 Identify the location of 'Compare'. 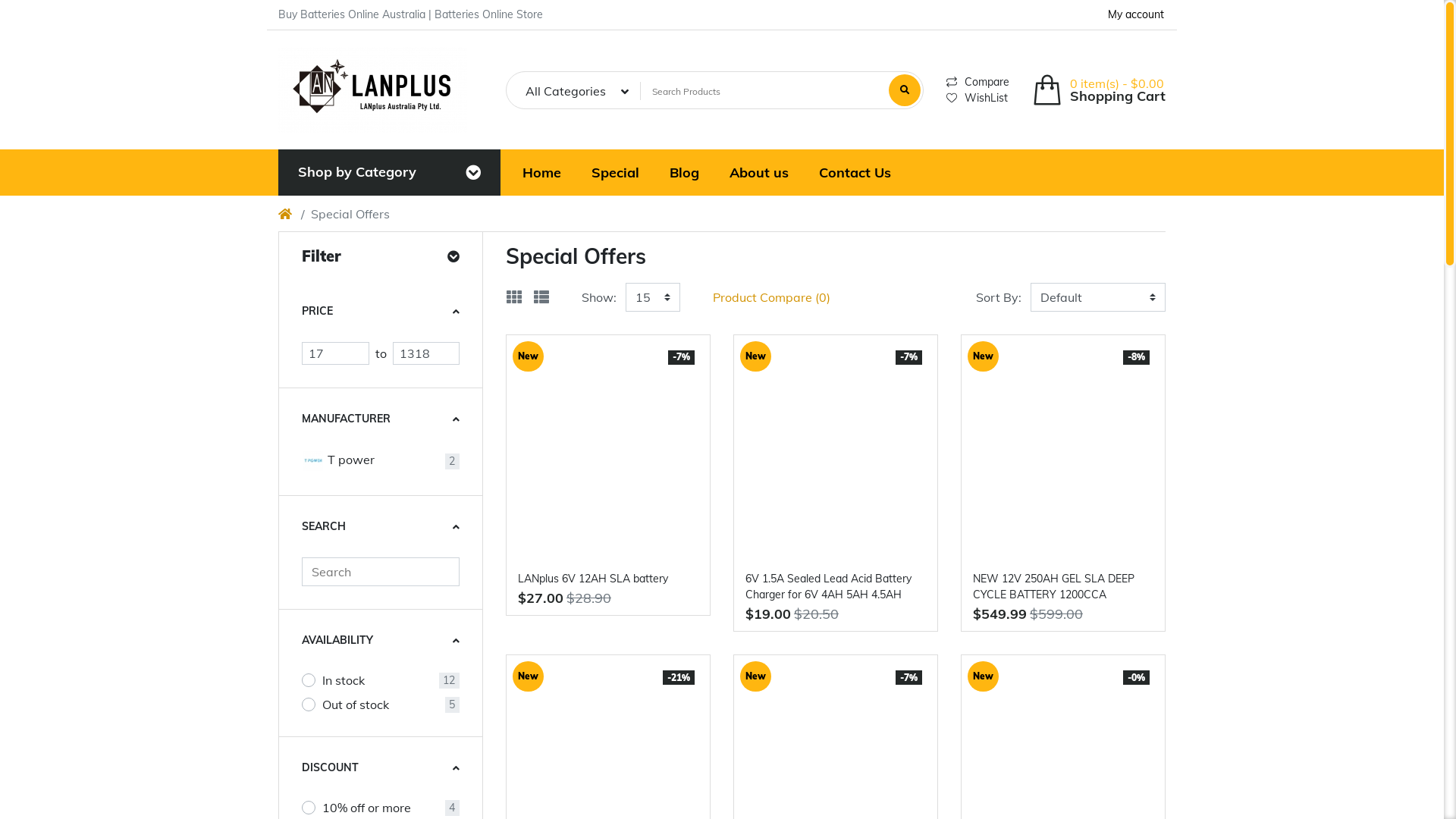
(950, 82).